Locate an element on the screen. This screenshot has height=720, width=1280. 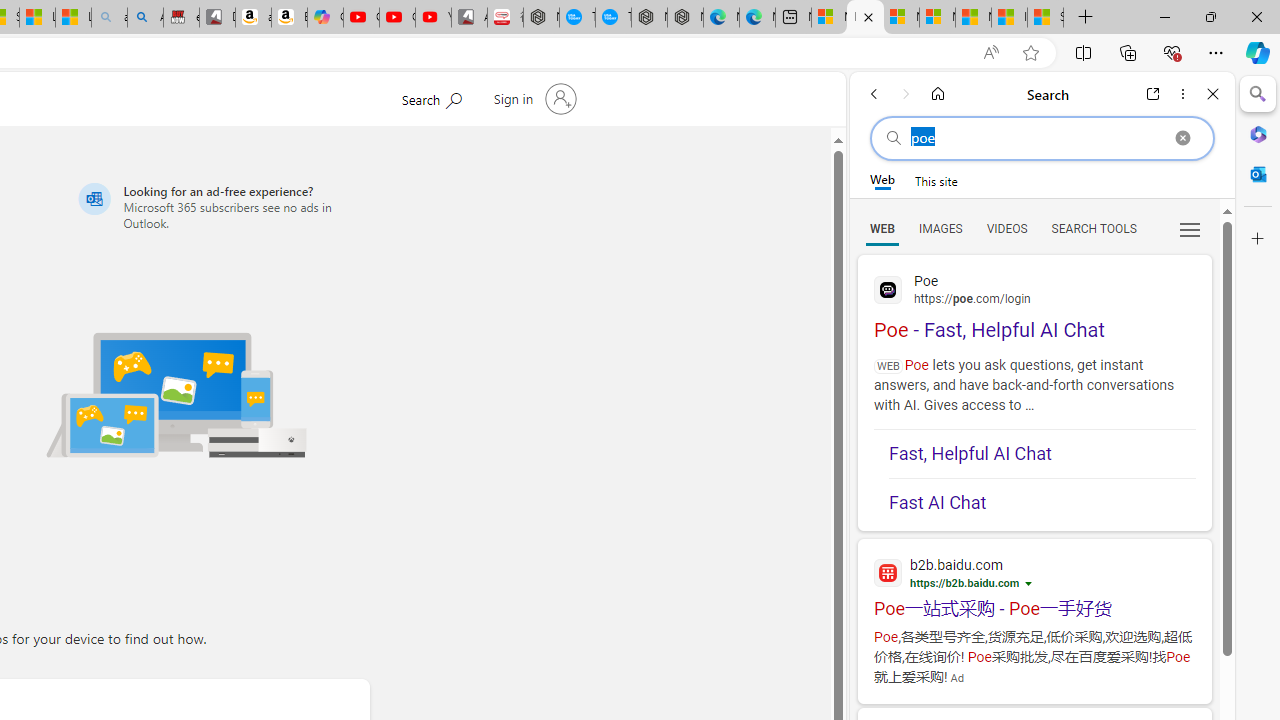
'The most popular Google ' is located at coordinates (612, 17).